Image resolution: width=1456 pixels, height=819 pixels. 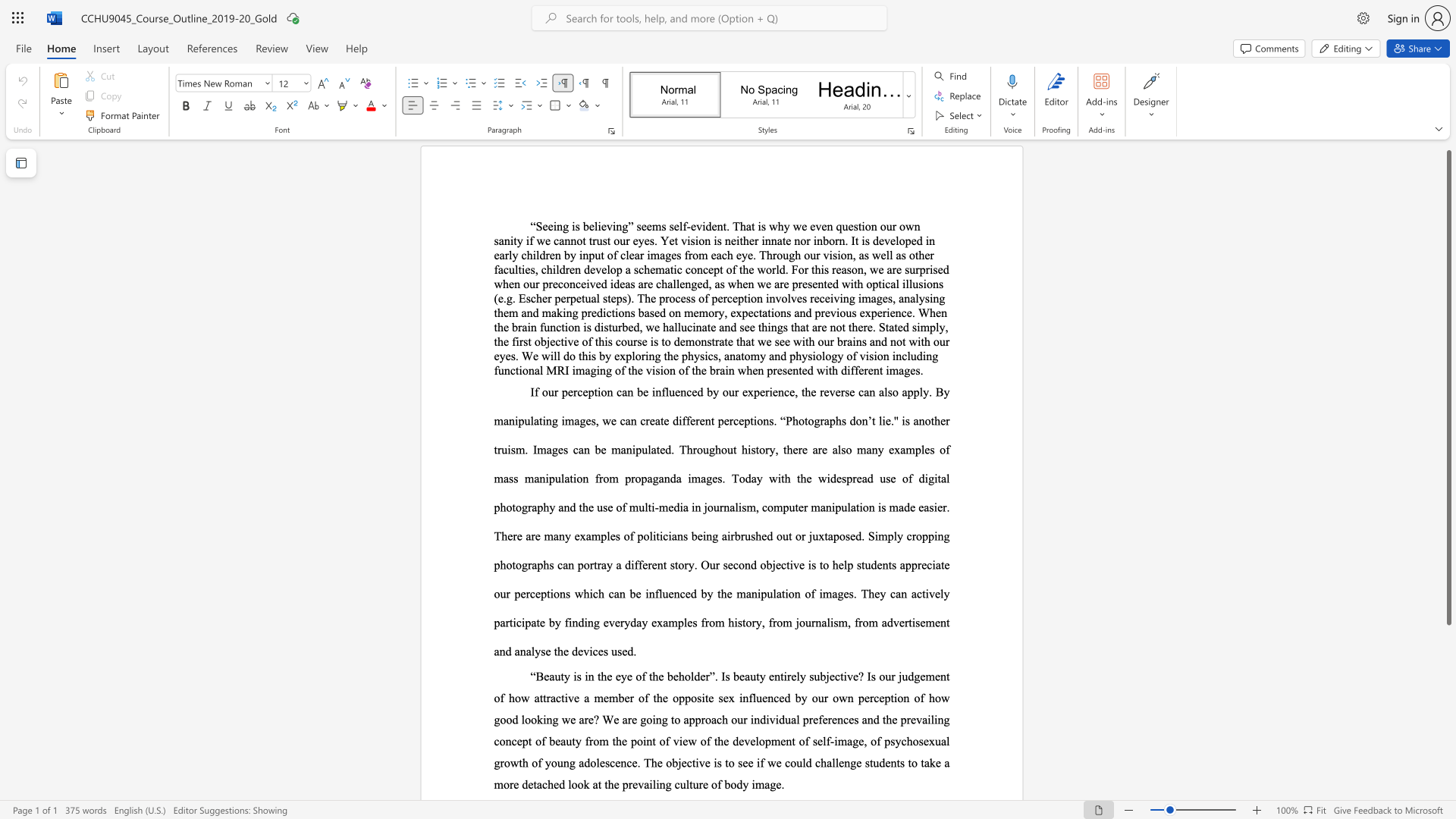 I want to click on the scrollbar and move up 10 pixels, so click(x=1448, y=387).